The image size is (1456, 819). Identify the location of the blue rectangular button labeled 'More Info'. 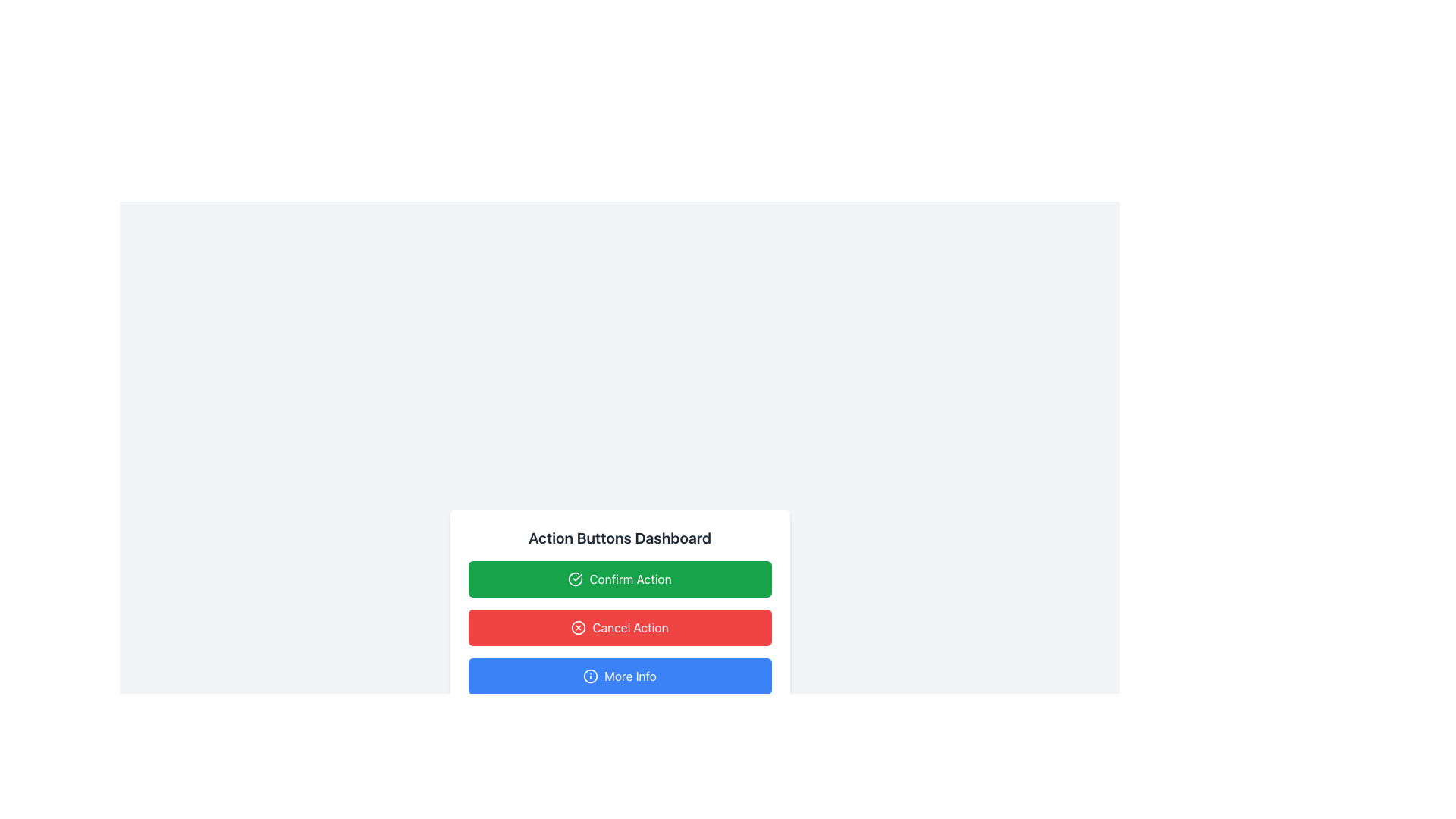
(620, 675).